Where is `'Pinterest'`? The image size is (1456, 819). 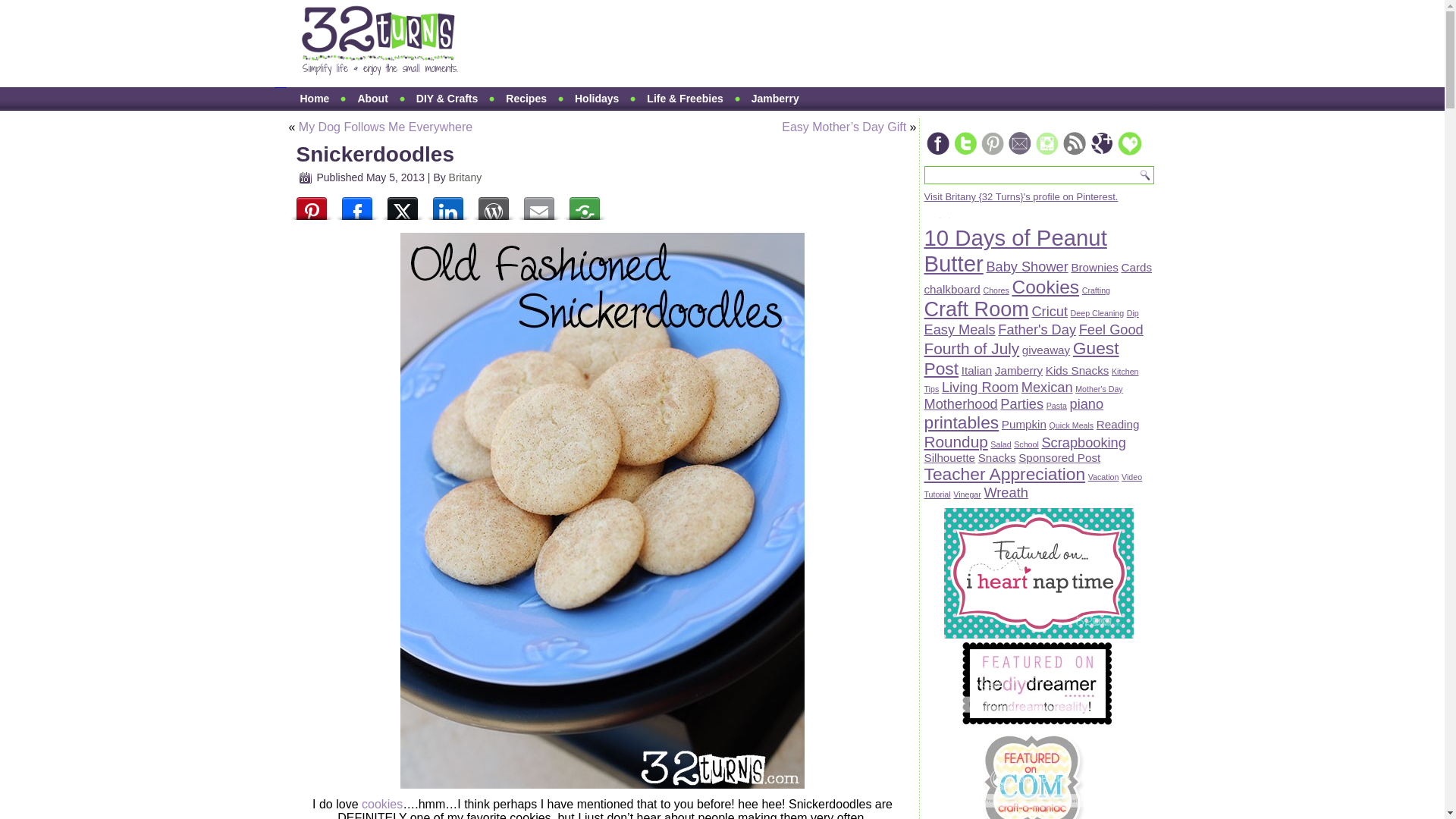 'Pinterest' is located at coordinates (287, 205).